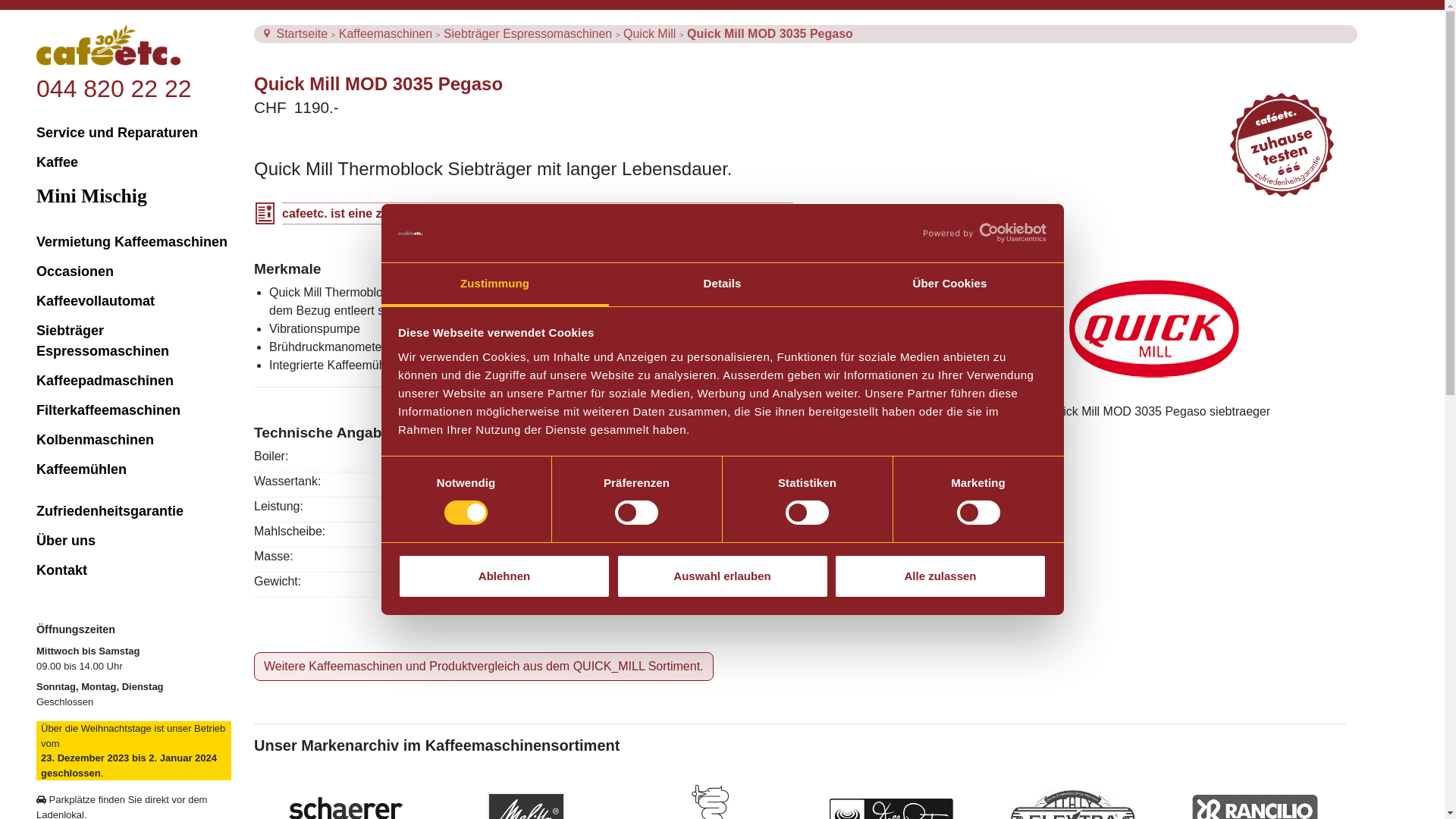  I want to click on 'Alle zulassen', so click(939, 576).